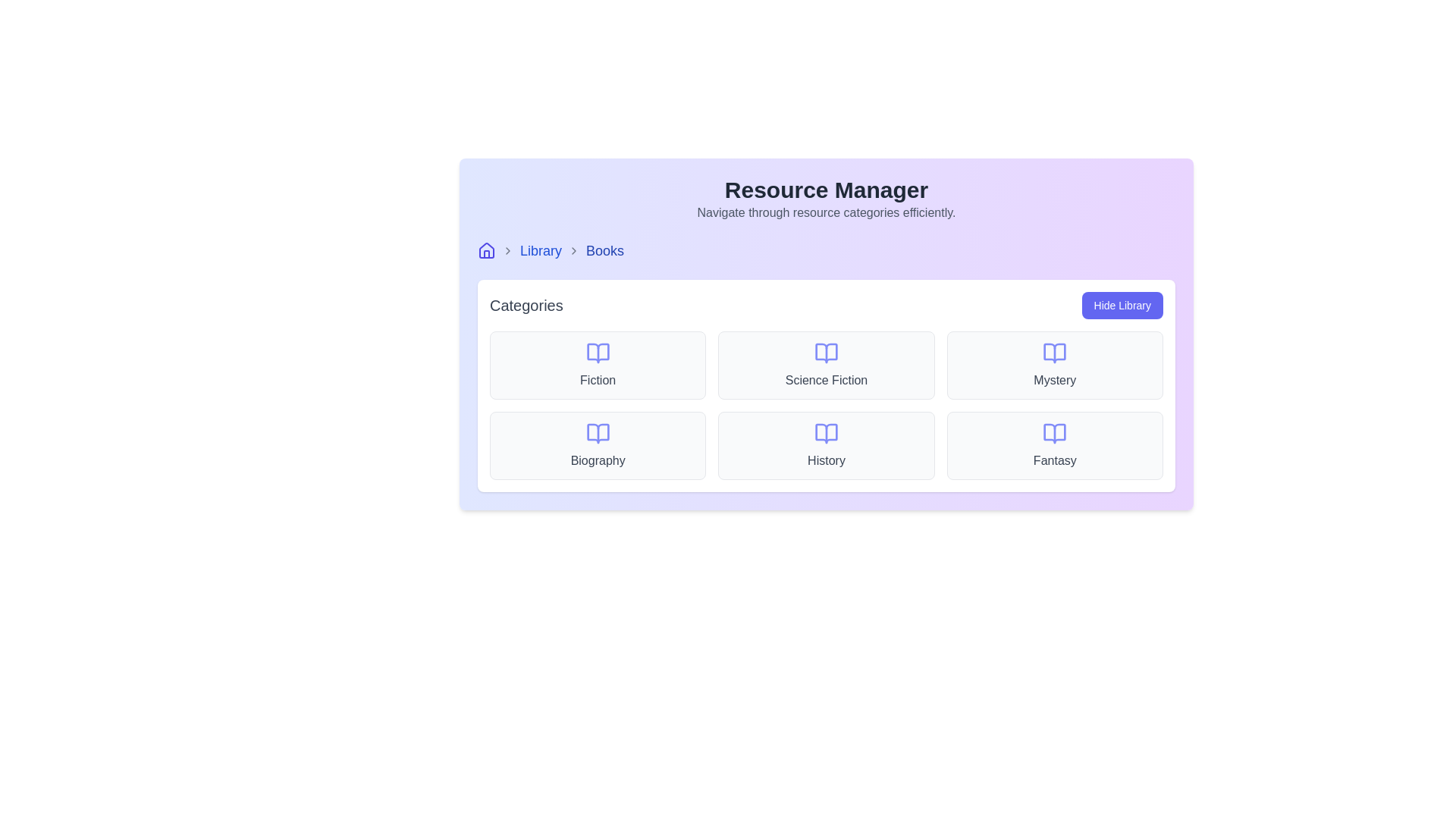 Image resolution: width=1456 pixels, height=819 pixels. Describe the element at coordinates (597, 353) in the screenshot. I see `the 'Fiction' category icon located in the first row and first column of the grid layout` at that location.